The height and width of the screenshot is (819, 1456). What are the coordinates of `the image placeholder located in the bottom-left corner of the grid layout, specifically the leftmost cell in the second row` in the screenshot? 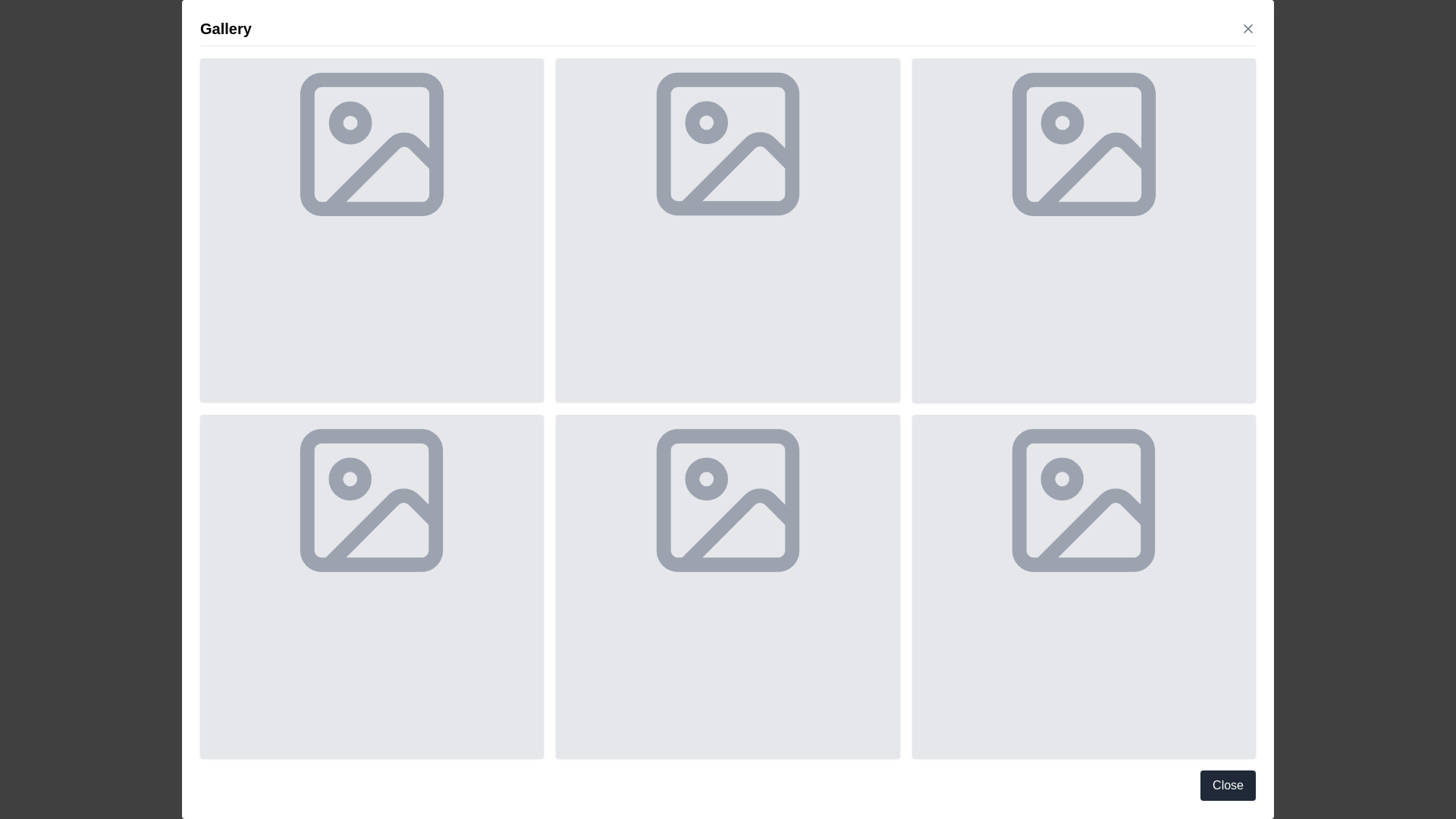 It's located at (372, 585).